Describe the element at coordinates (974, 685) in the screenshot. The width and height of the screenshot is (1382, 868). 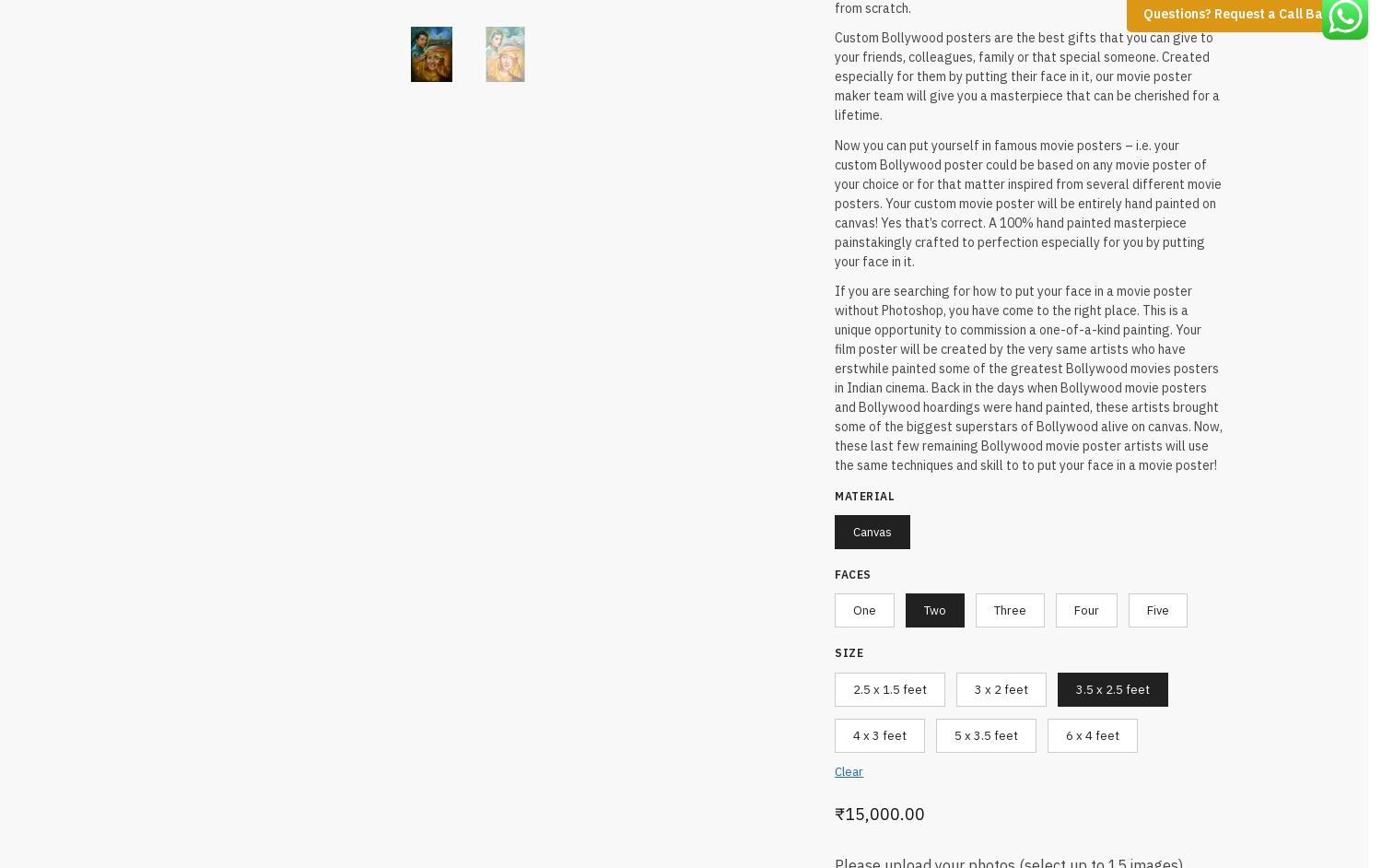
I see `'3 x 2 feet'` at that location.